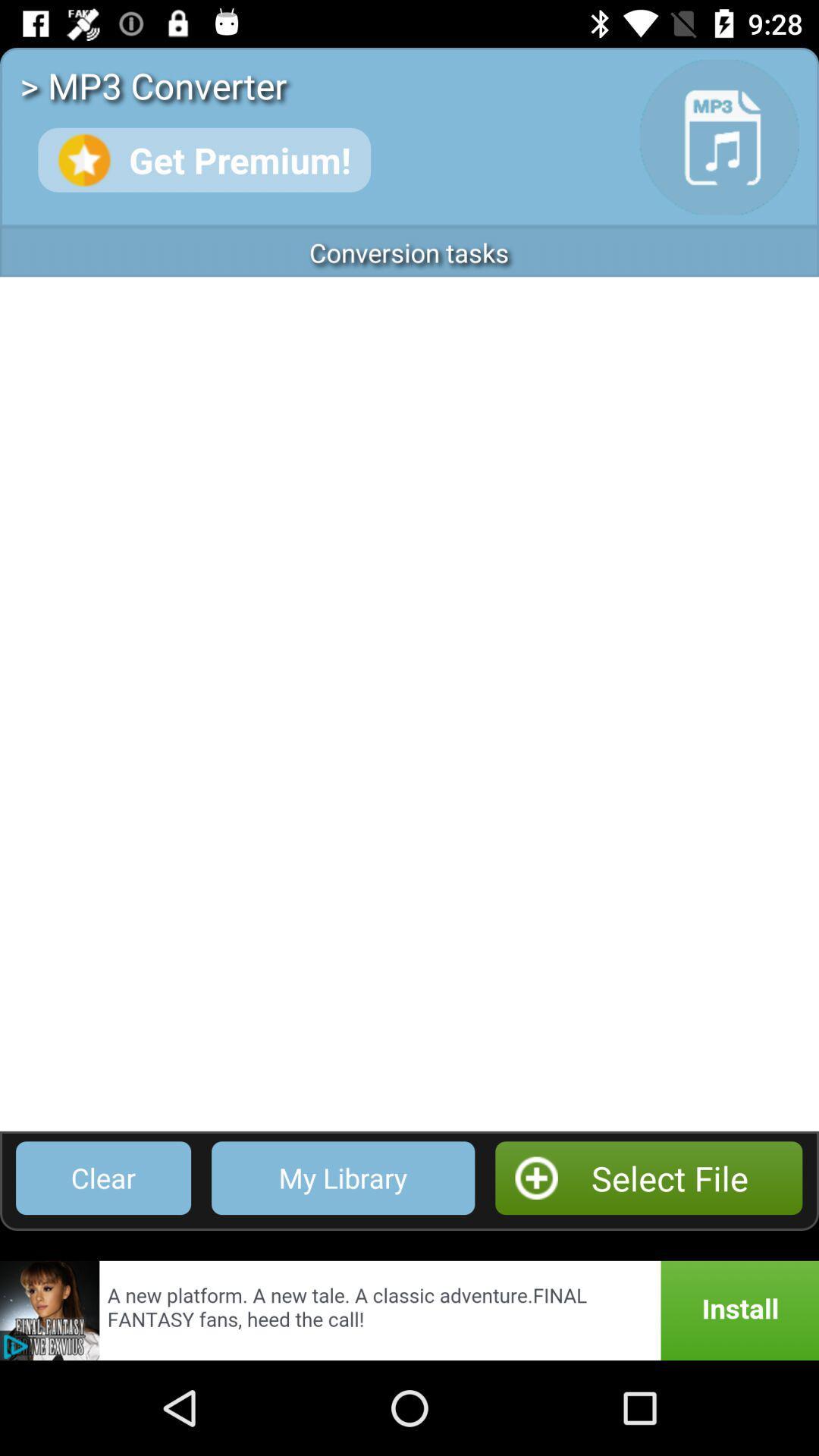  Describe the element at coordinates (648, 1177) in the screenshot. I see `select file` at that location.